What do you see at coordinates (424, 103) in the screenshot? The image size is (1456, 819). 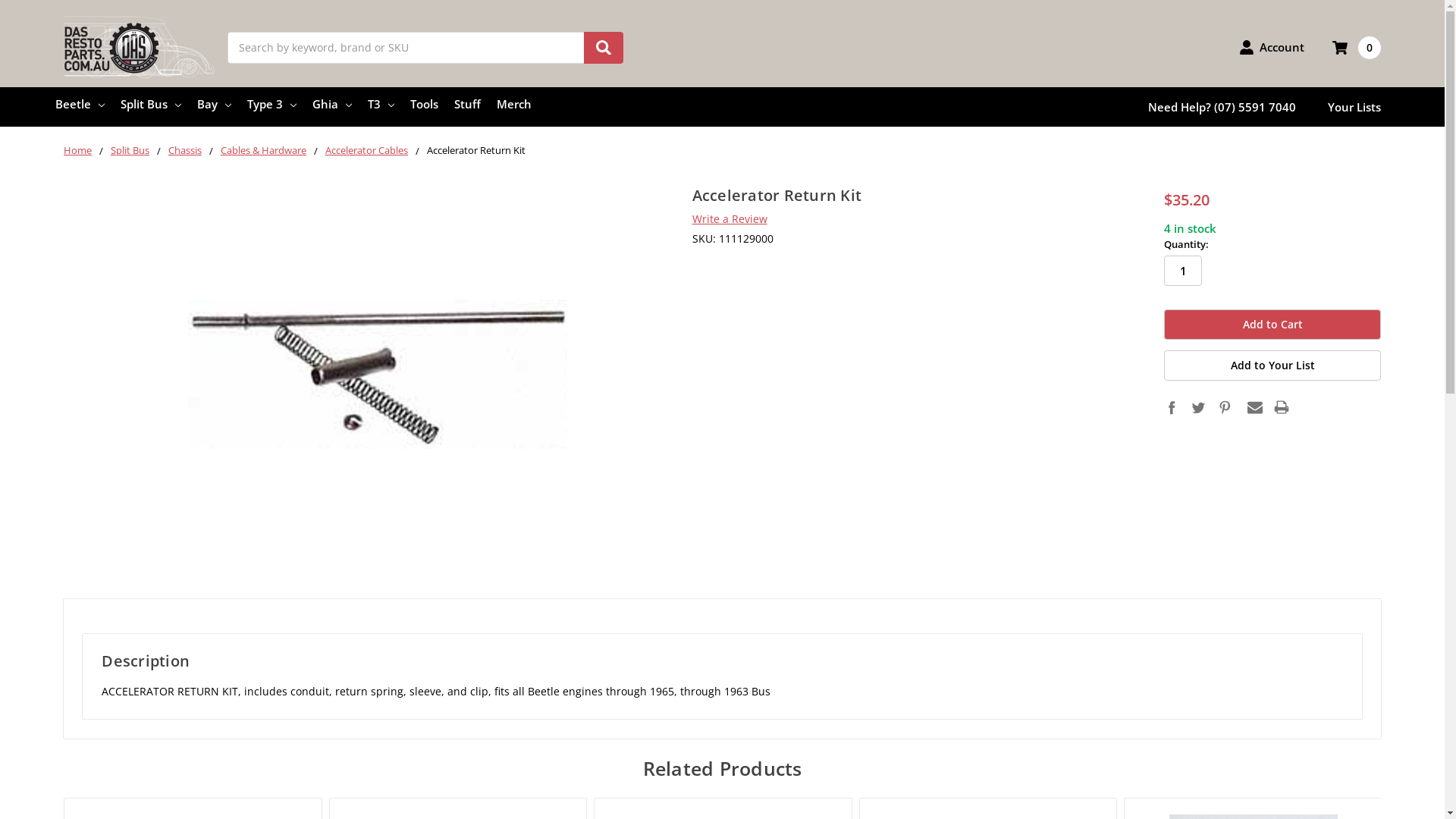 I see `'Tools'` at bounding box center [424, 103].